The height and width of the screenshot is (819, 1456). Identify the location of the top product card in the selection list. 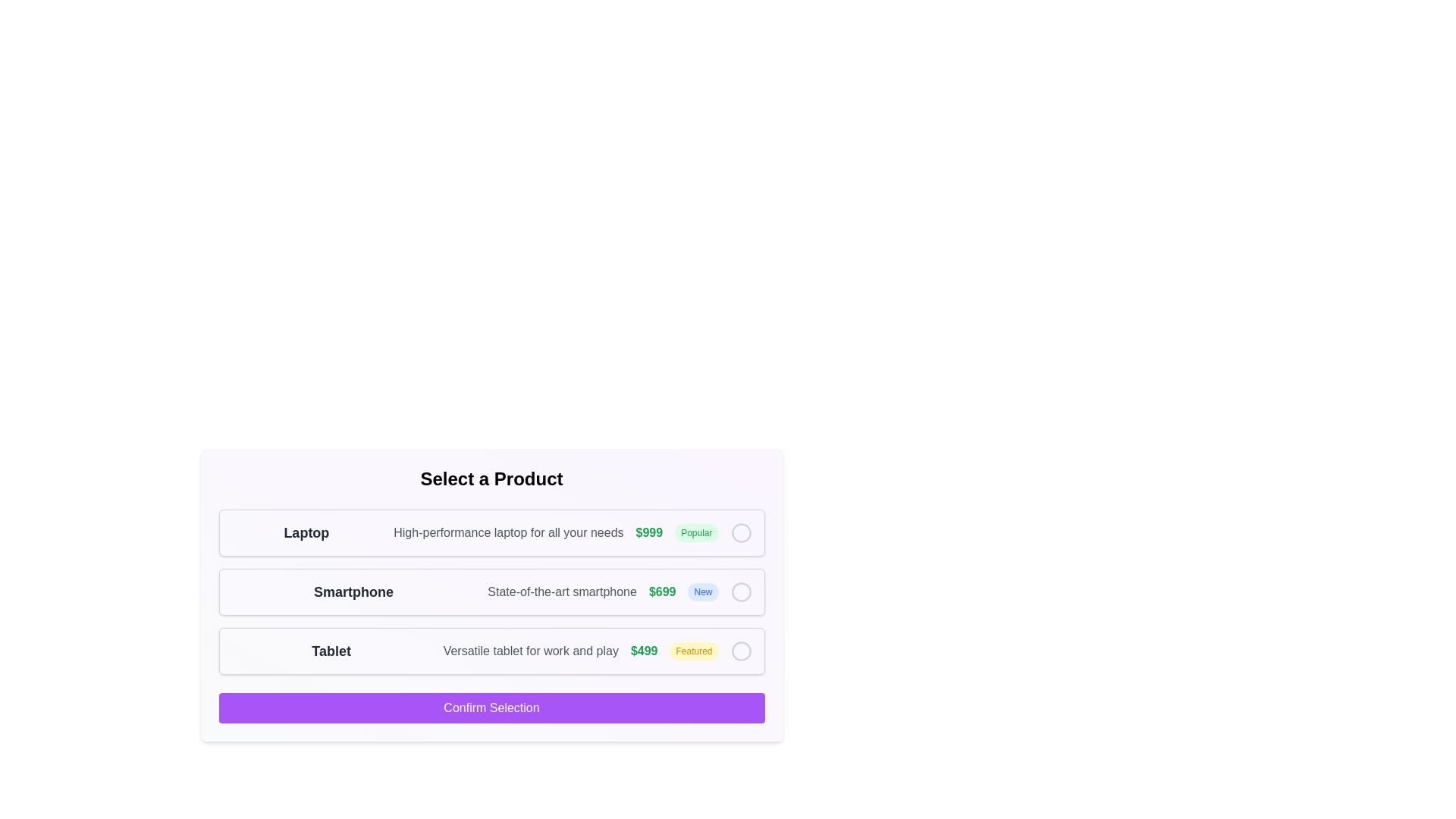
(491, 532).